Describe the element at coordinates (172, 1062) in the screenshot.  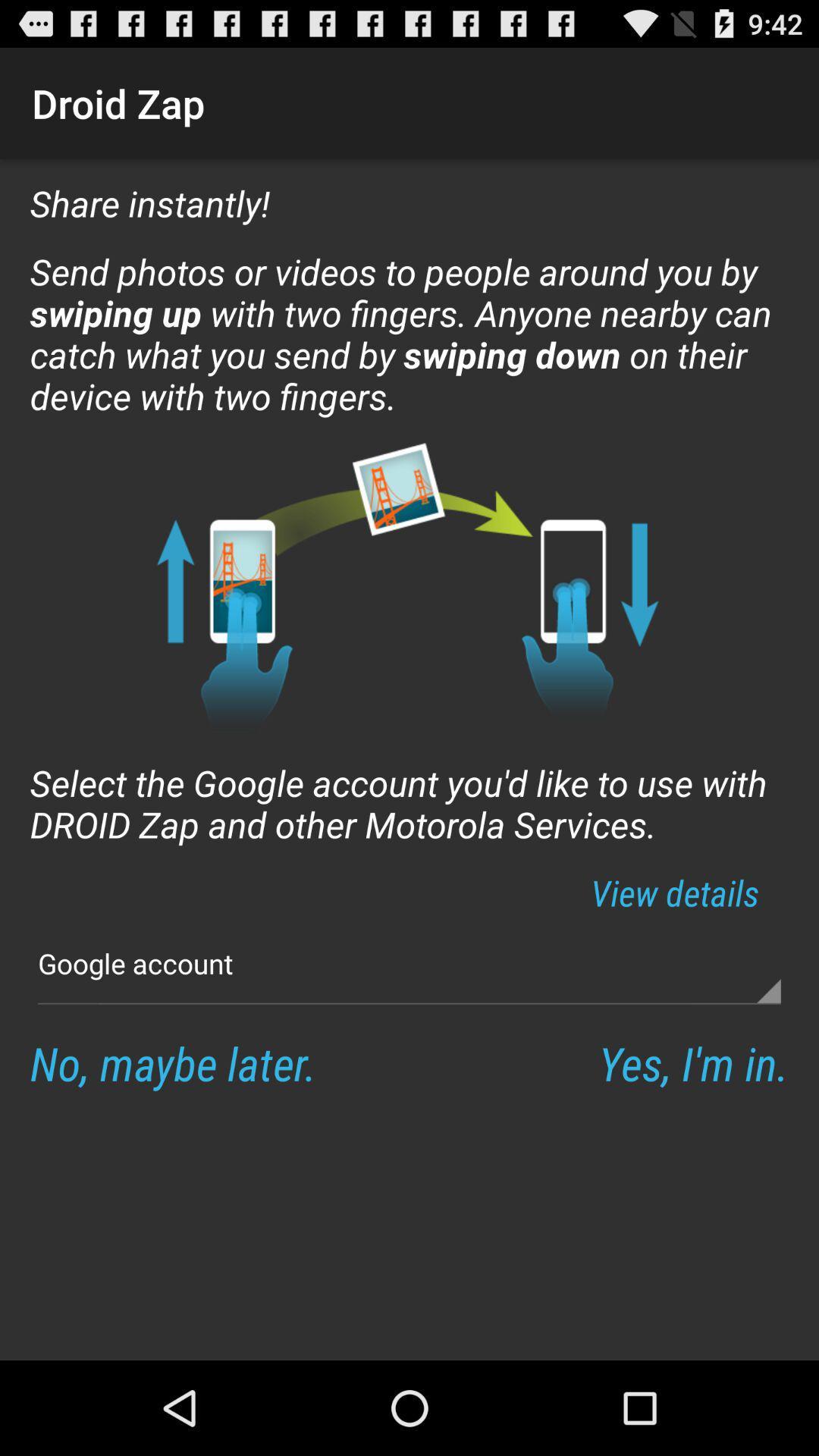
I see `the icon next to yes i m` at that location.